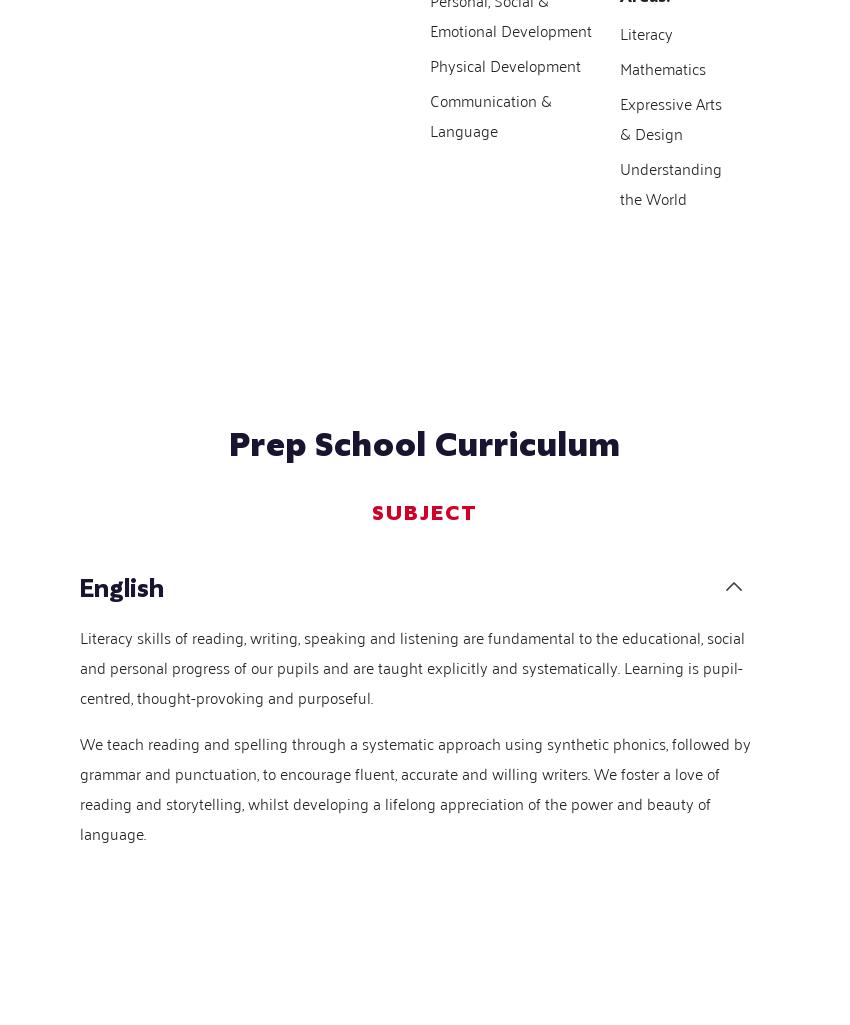 The image size is (850, 1025). Describe the element at coordinates (415, 786) in the screenshot. I see `'We teach reading and spelling through a systematic approach using synthetic phonics, followed by grammar and punctuation, to encourage fluent, accurate and willing writers. We foster a love of reading and storytelling, whilst developing a lifelong appreciation of the power and beauty of language.'` at that location.